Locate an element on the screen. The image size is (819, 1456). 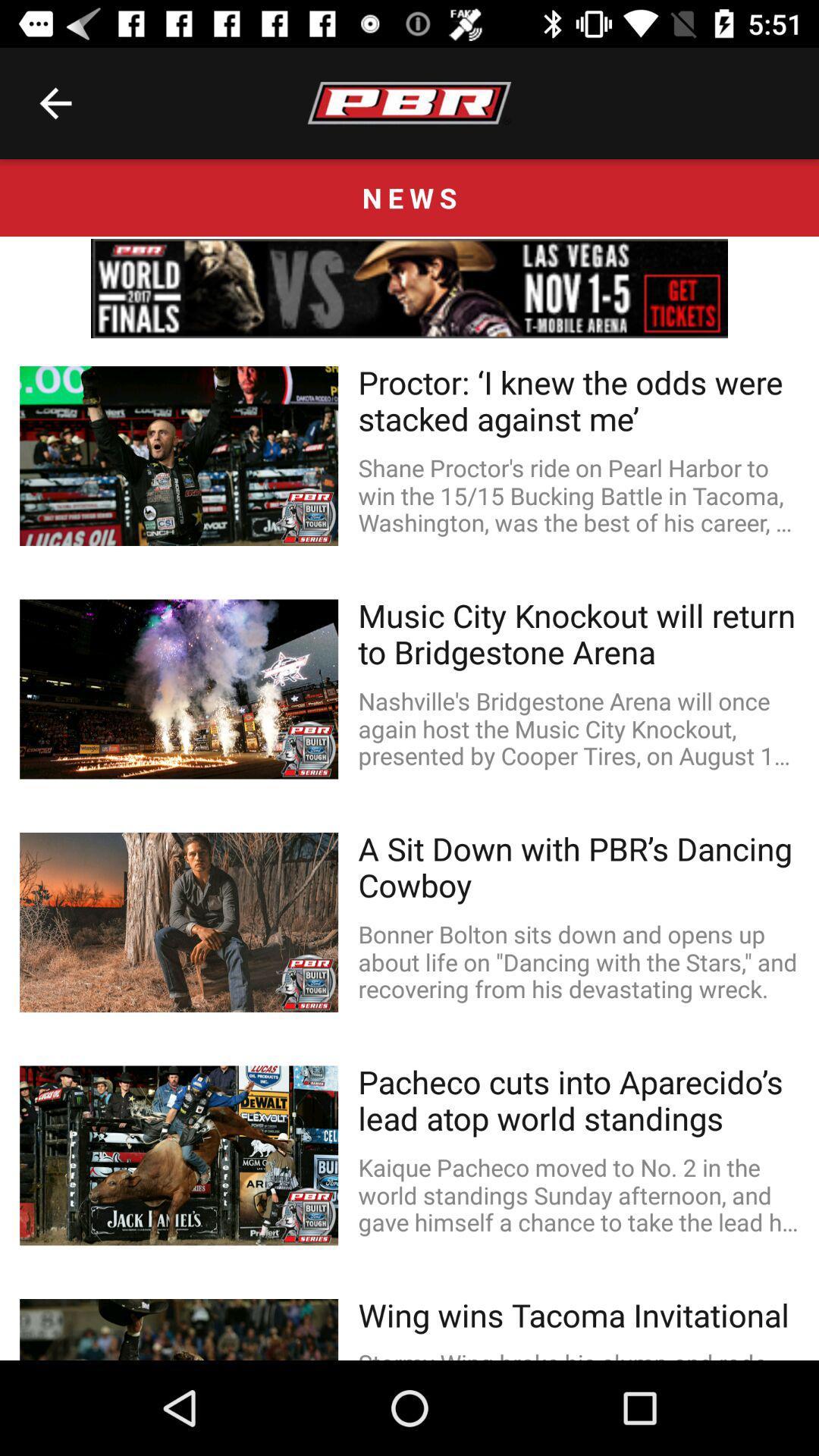
pop-up advertisement is located at coordinates (409, 288).